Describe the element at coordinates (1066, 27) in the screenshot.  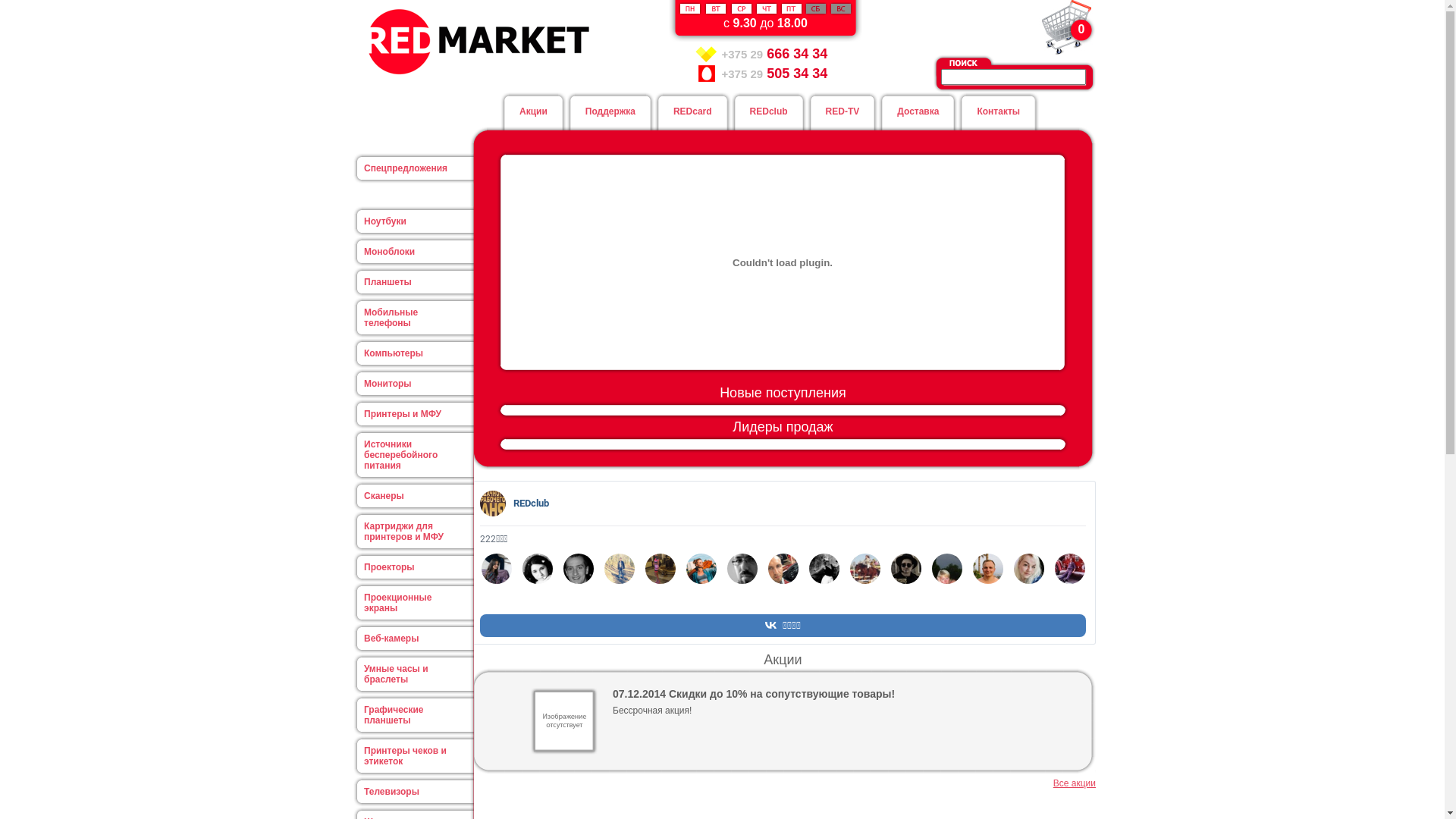
I see `'0'` at that location.